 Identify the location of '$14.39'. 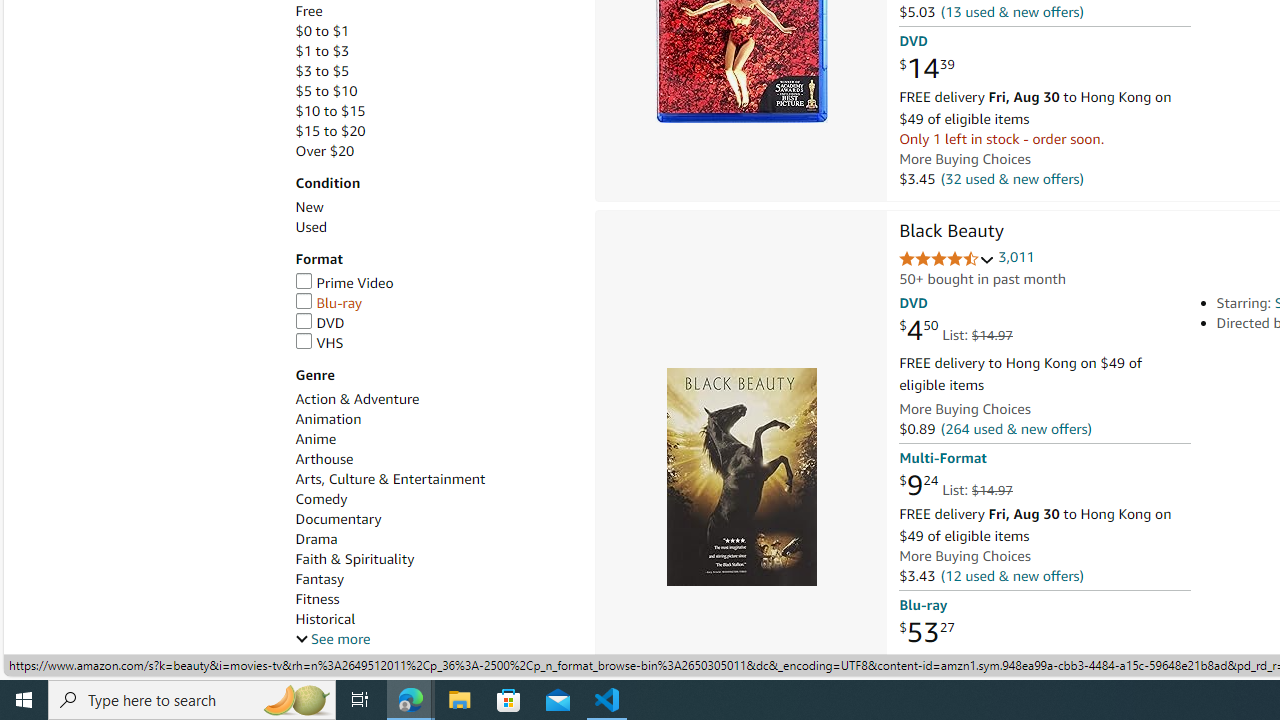
(925, 68).